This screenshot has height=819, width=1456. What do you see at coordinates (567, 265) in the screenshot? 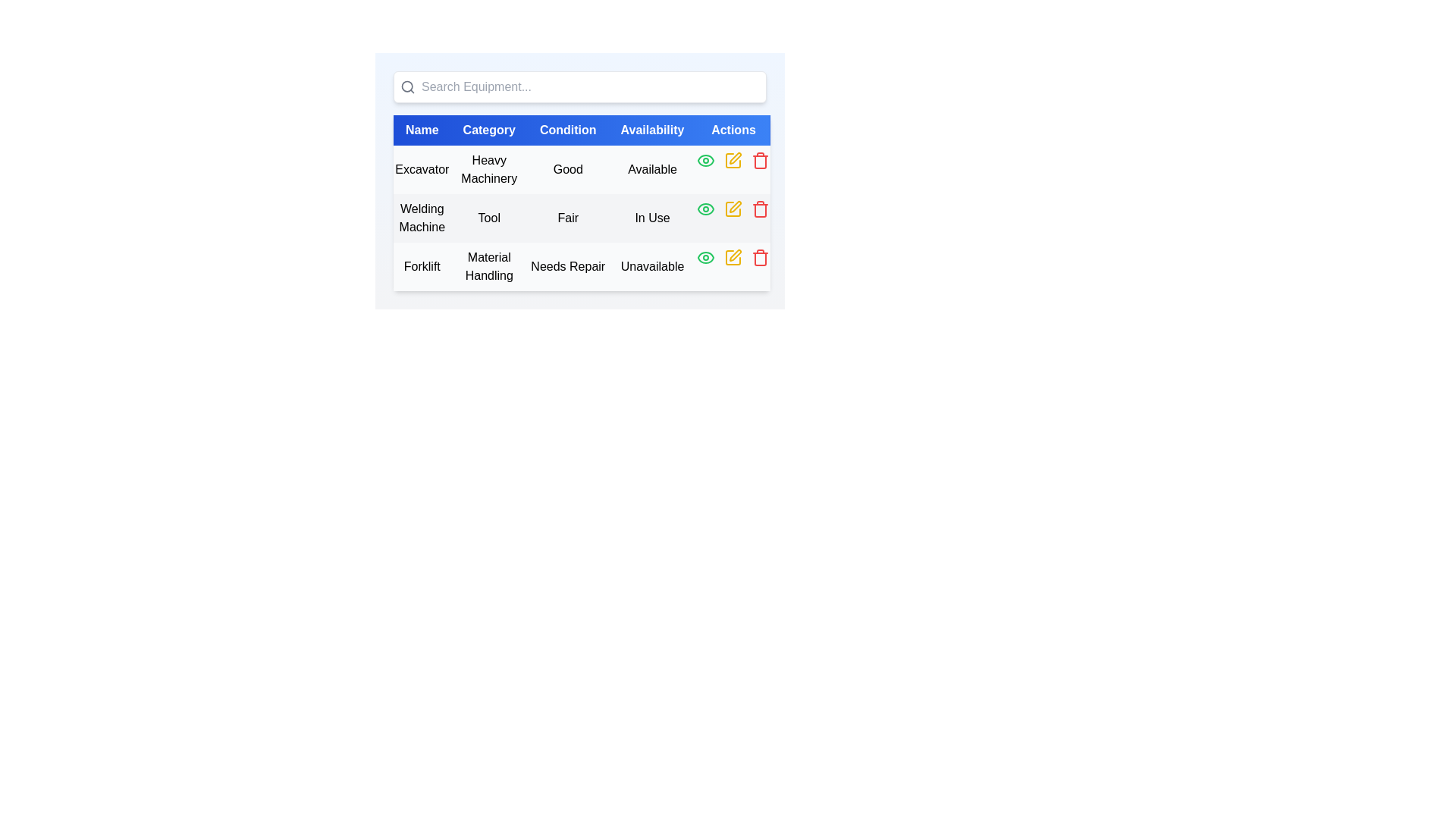
I see `the static text element that indicates the condition status of the equipment, specifically showing that the forklift requires repair, located in the third column of the third row under the 'Condition' column` at bounding box center [567, 265].